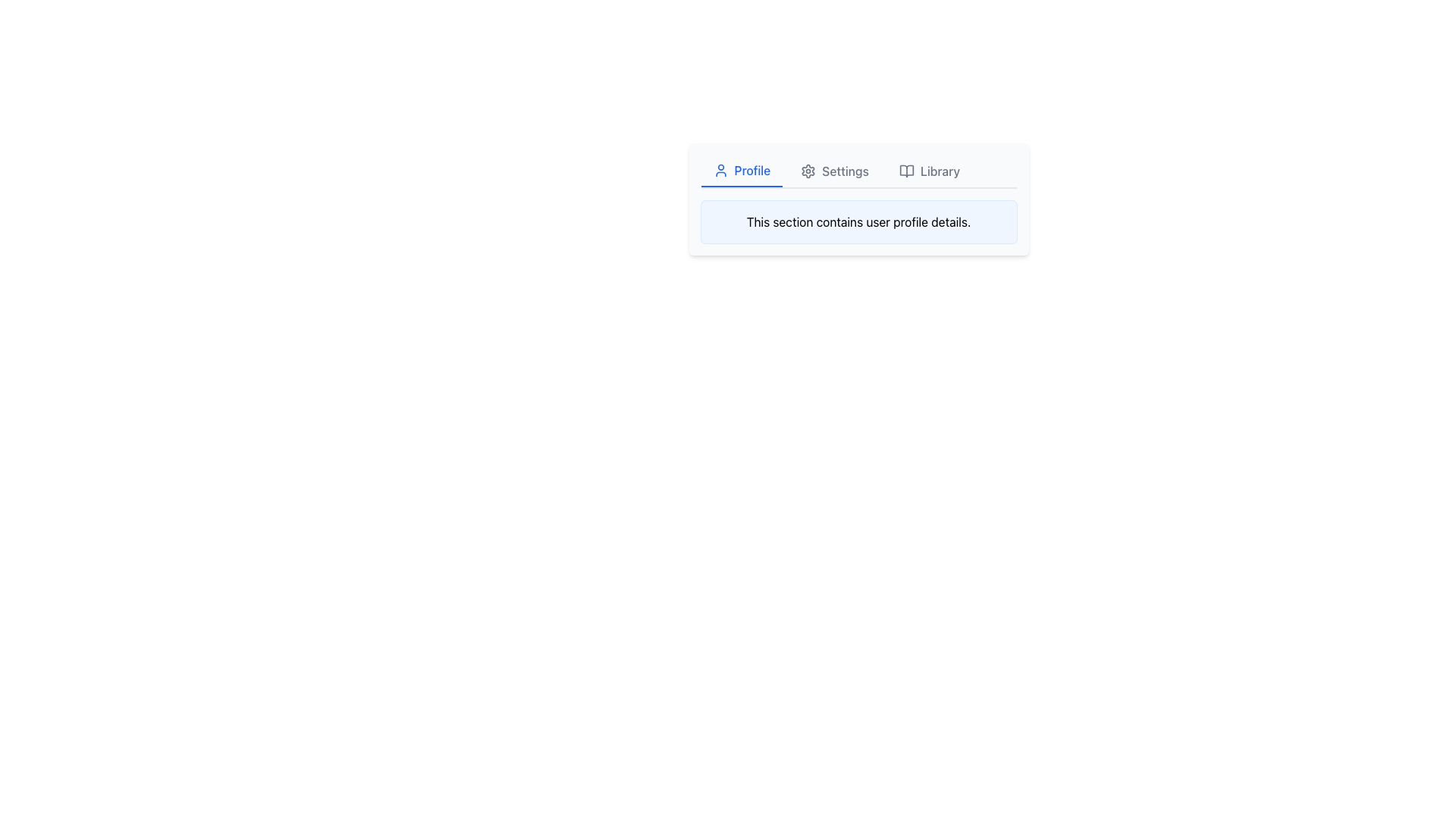 The image size is (1456, 819). Describe the element at coordinates (939, 171) in the screenshot. I see `the static text element labeled 'Library', which is styled in a neutral color and positioned within a tab-like interface at the upper-right area of the layout` at that location.